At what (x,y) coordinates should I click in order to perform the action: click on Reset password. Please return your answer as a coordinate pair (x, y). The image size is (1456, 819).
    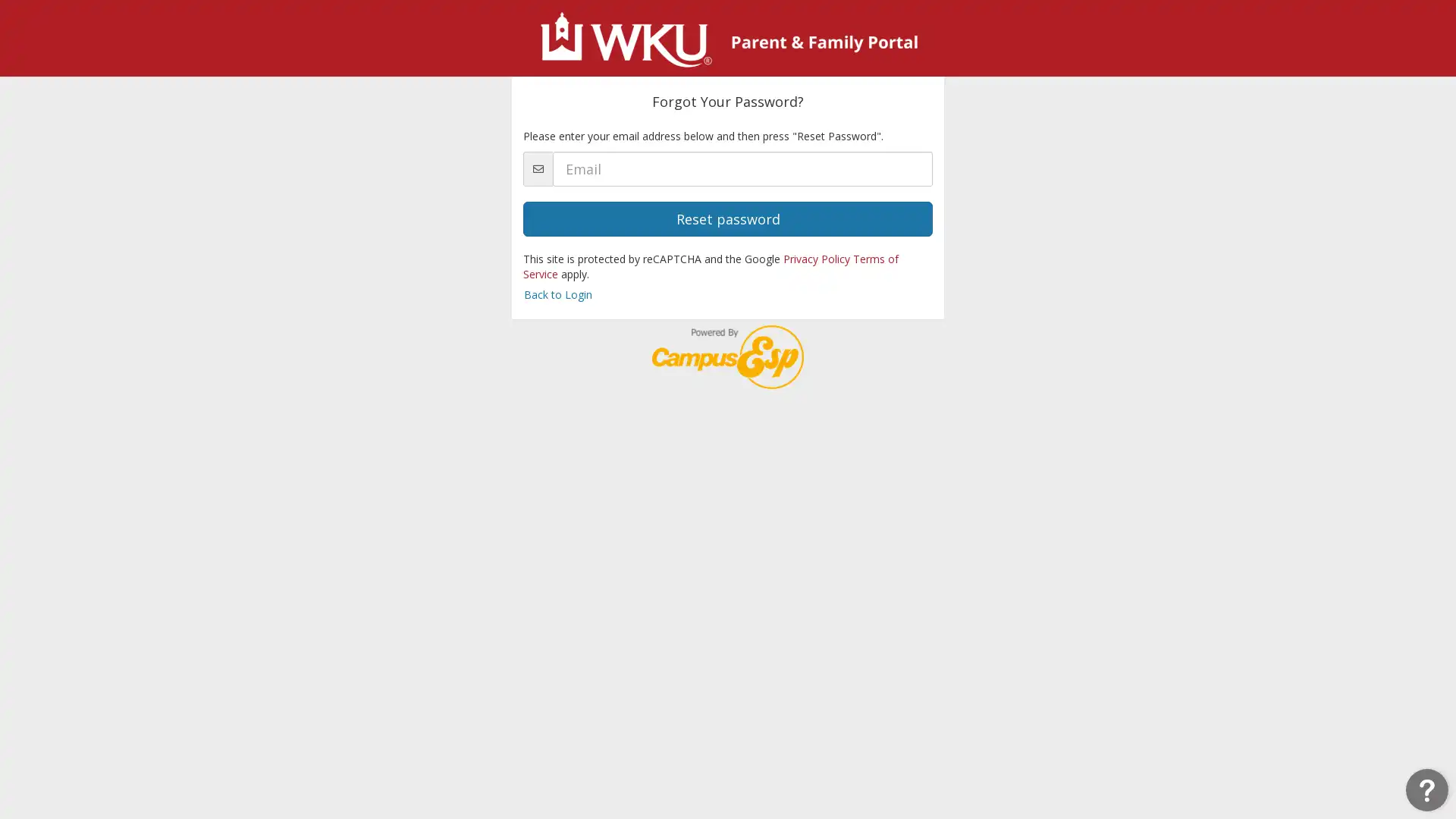
    Looking at the image, I should click on (728, 218).